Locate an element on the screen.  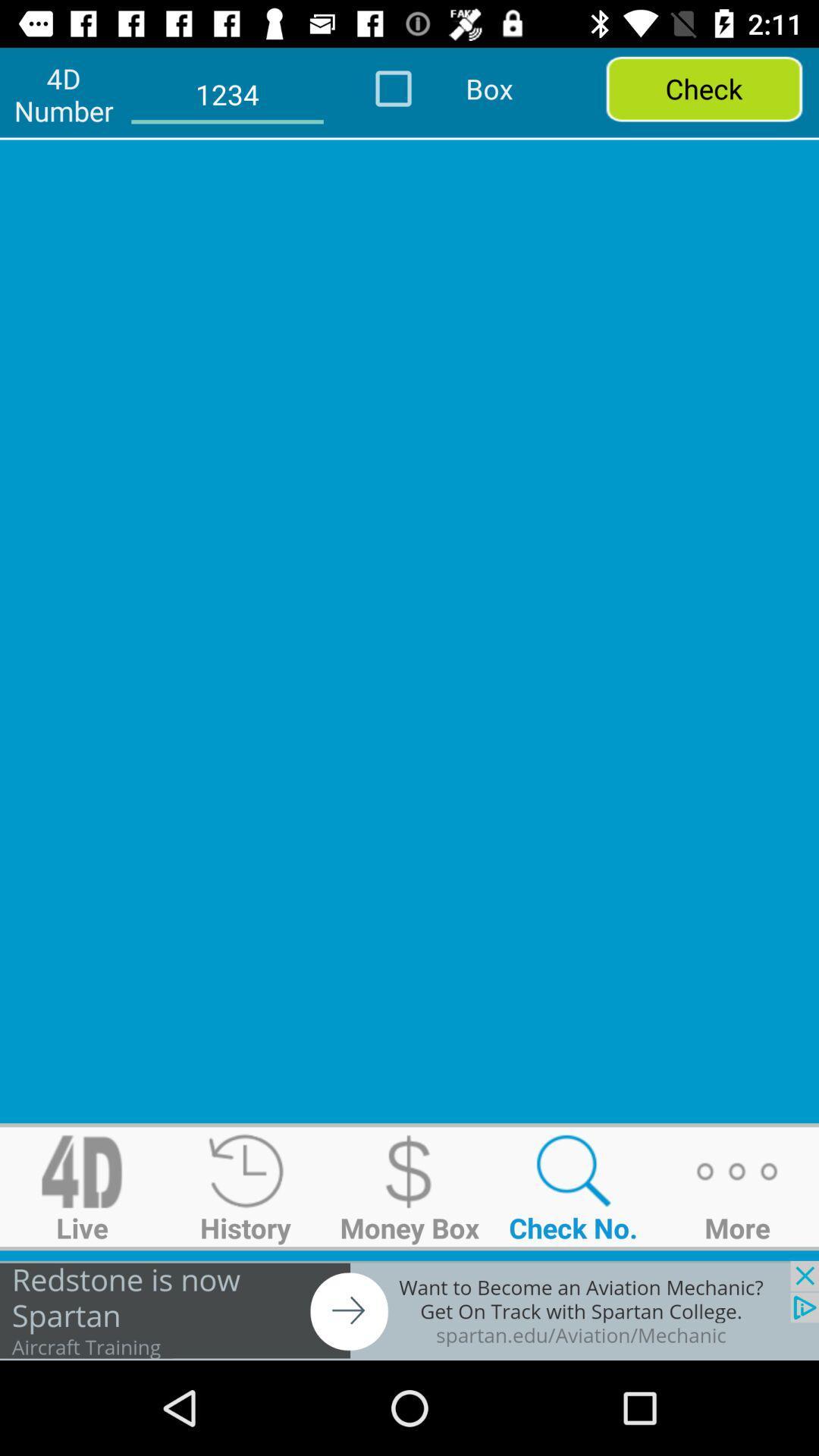
history at the bottom is located at coordinates (245, 1186).